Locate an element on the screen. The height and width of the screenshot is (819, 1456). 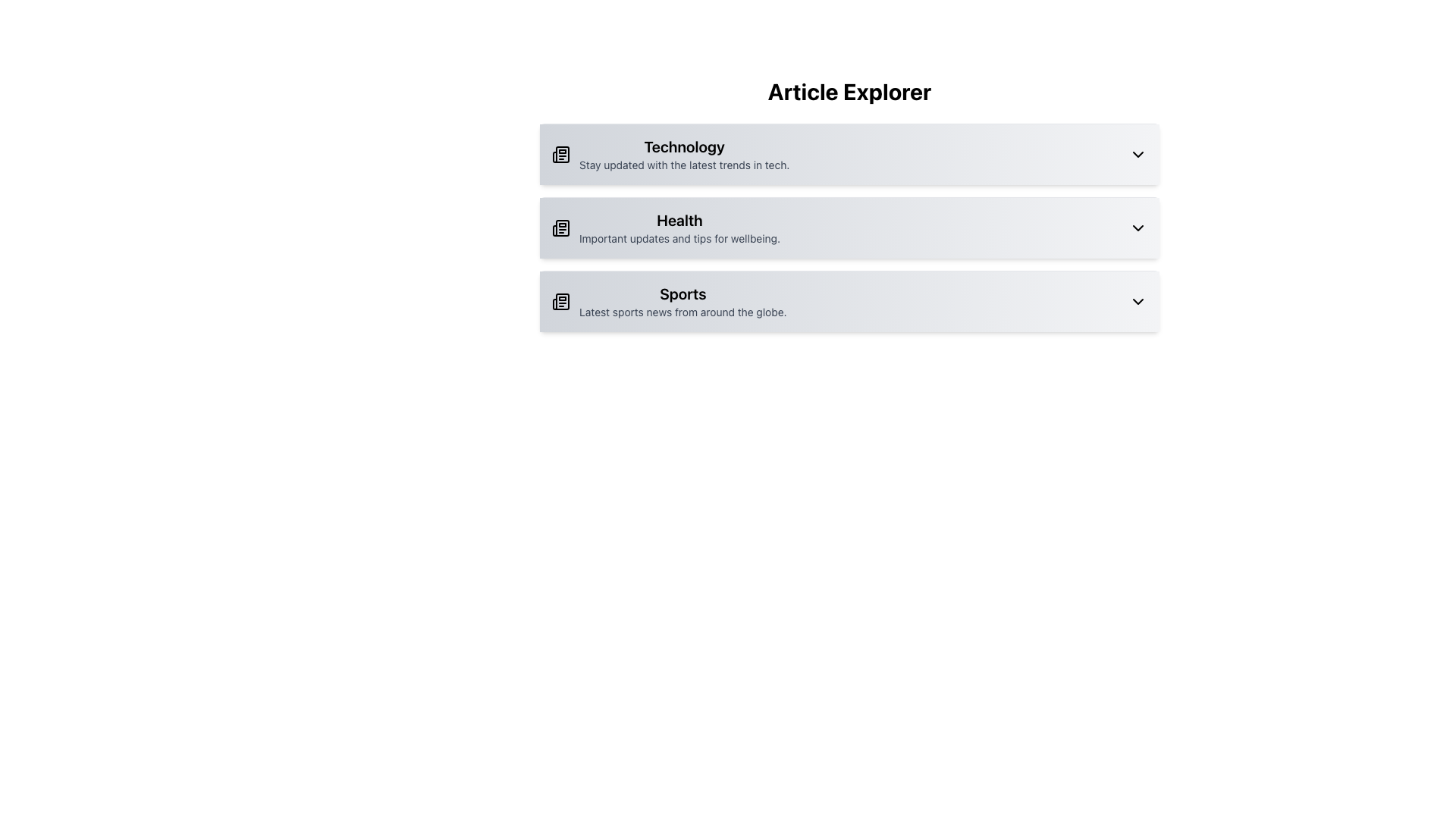
the newspaper icon located on the left side of the 'Sports' section, which features a minimalistic line art design in black on a white background is located at coordinates (560, 301).